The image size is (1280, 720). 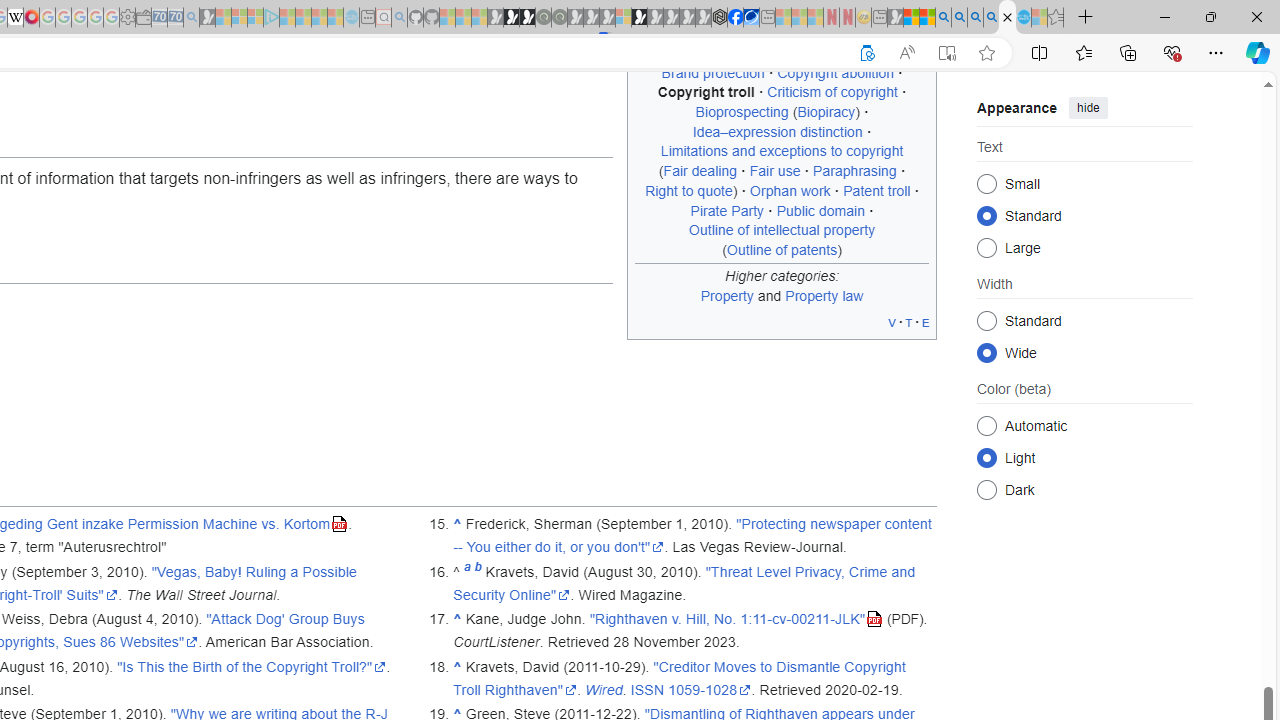 I want to click on 'Services - Maintenance | Sky Blue Bikes - Sky Blue Bikes', so click(x=1023, y=17).